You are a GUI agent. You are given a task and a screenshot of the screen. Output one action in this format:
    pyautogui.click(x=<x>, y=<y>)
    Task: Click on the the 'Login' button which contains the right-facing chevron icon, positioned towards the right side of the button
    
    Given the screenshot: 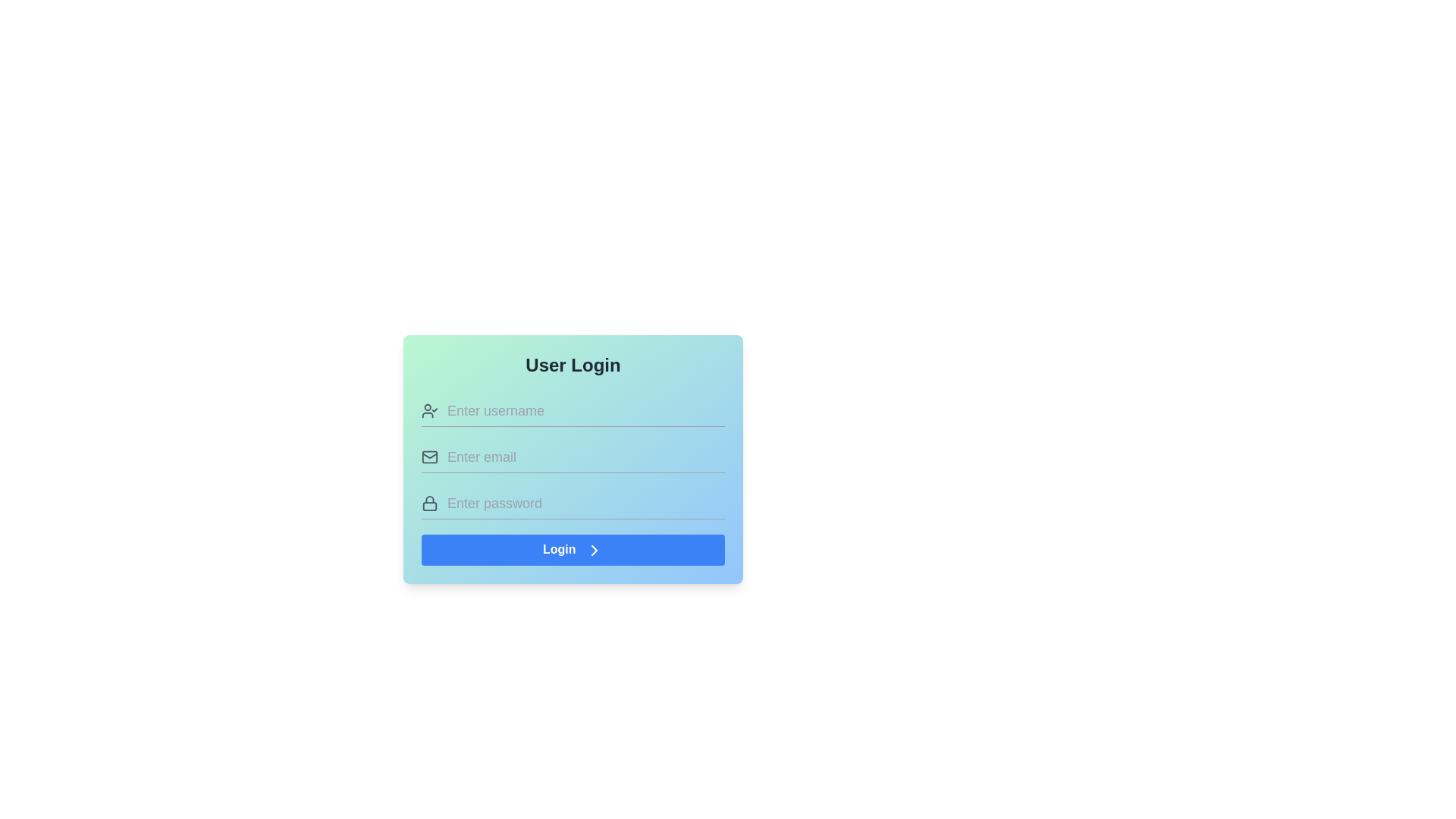 What is the action you would take?
    pyautogui.click(x=593, y=550)
    